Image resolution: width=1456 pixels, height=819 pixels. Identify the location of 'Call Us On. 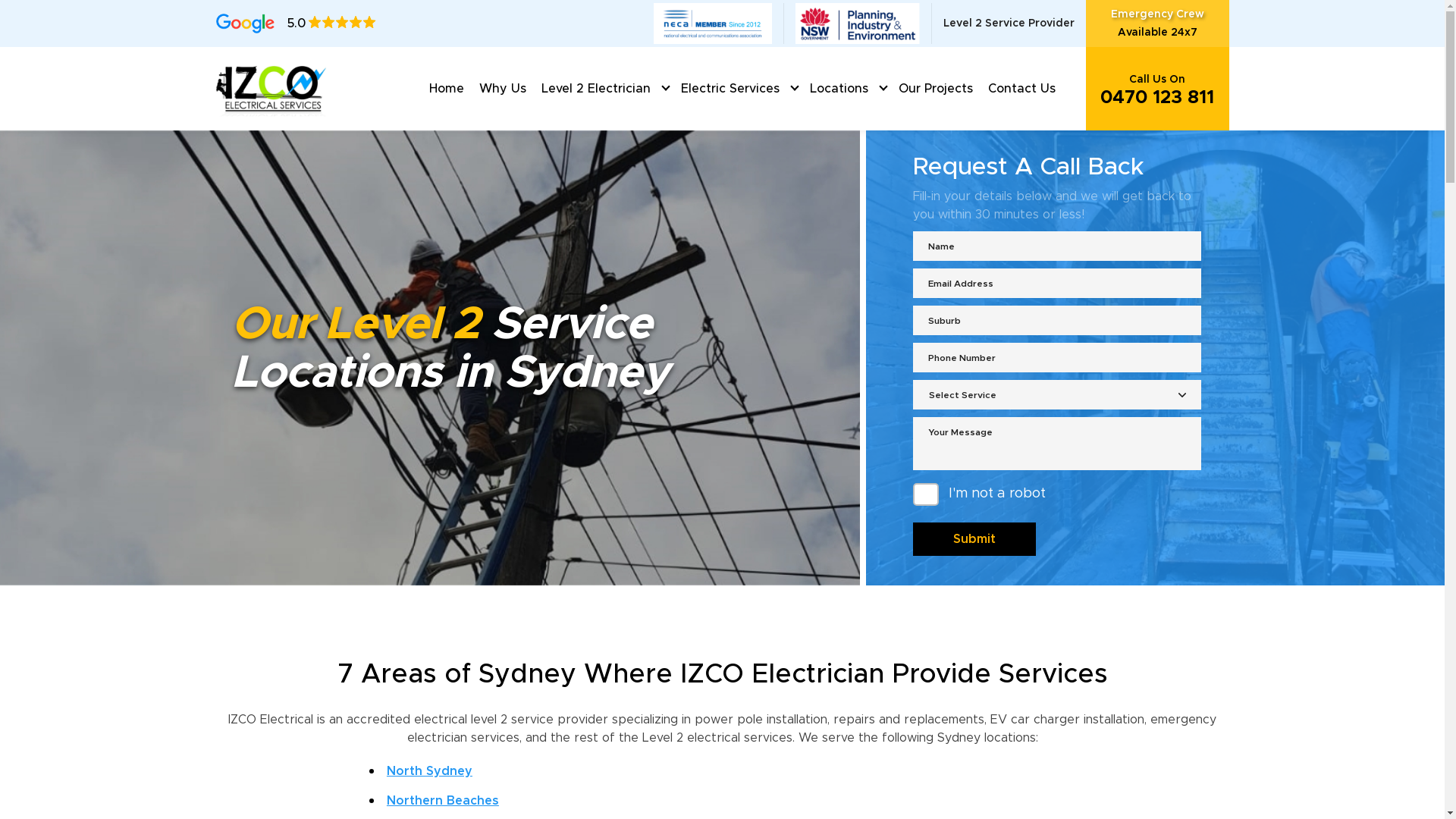
(1156, 88).